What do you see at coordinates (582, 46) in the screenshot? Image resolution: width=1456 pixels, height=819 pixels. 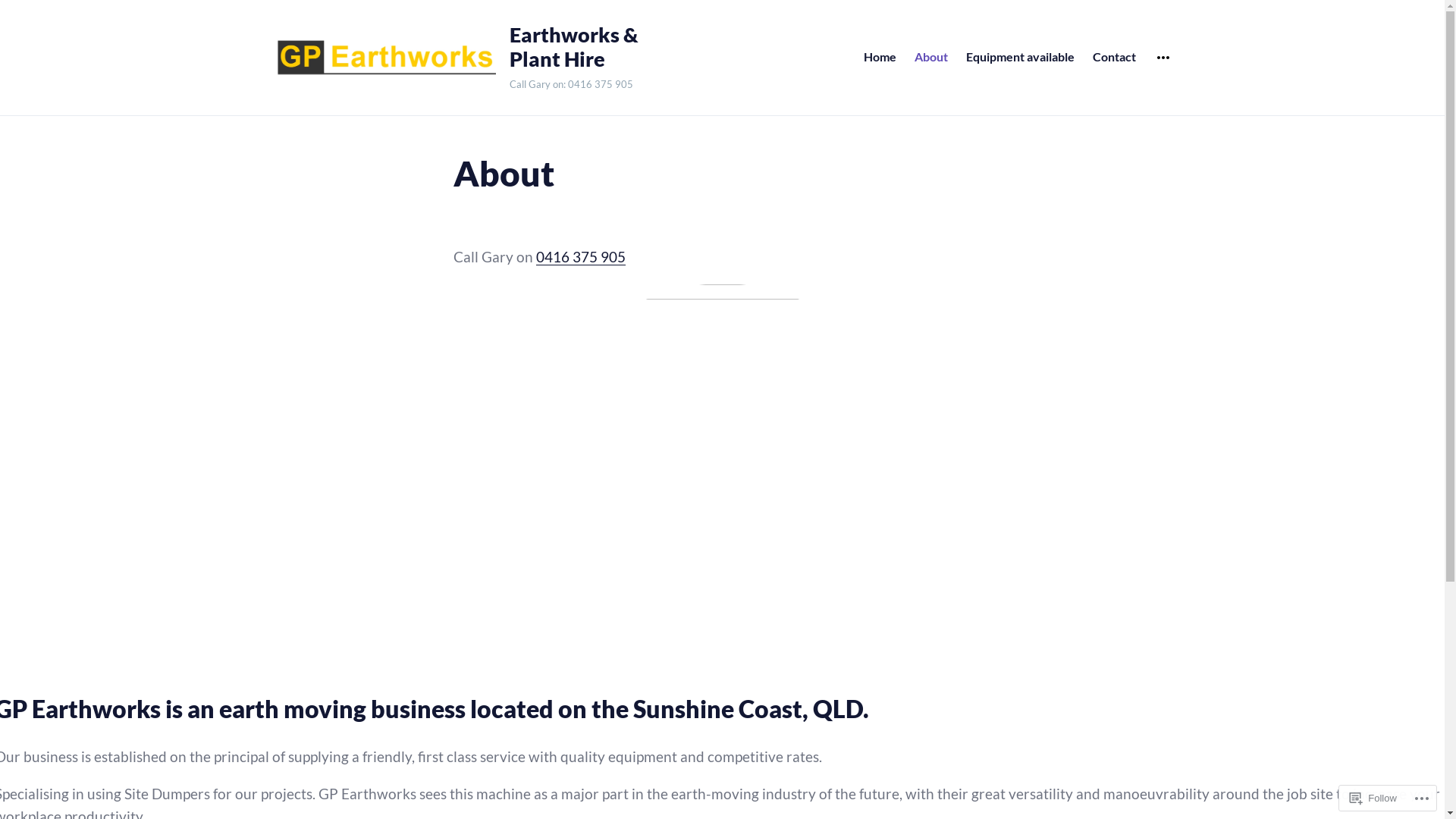 I see `'Earthworks & Plant Hire'` at bounding box center [582, 46].